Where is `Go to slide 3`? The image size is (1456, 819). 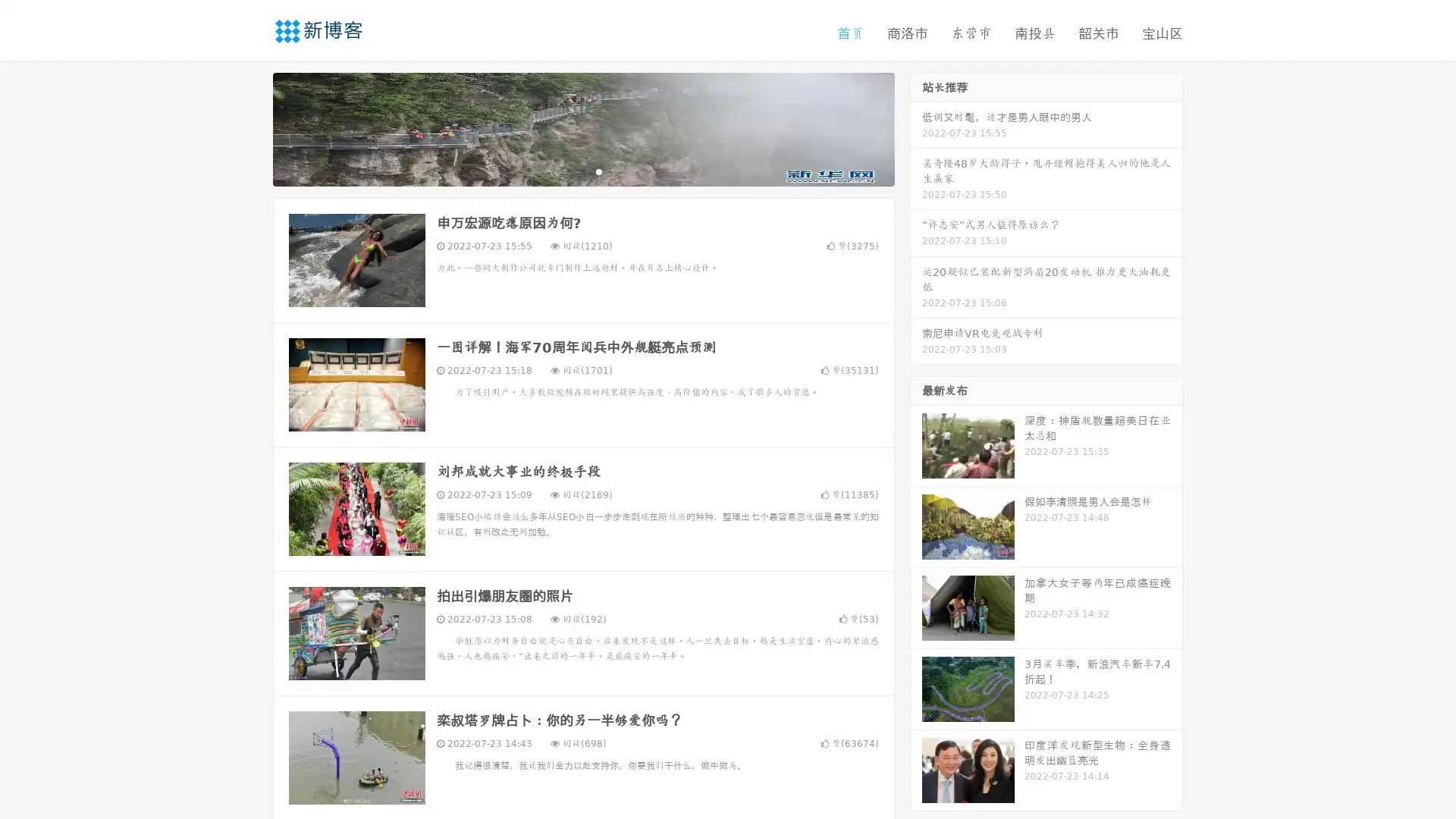 Go to slide 3 is located at coordinates (598, 171).